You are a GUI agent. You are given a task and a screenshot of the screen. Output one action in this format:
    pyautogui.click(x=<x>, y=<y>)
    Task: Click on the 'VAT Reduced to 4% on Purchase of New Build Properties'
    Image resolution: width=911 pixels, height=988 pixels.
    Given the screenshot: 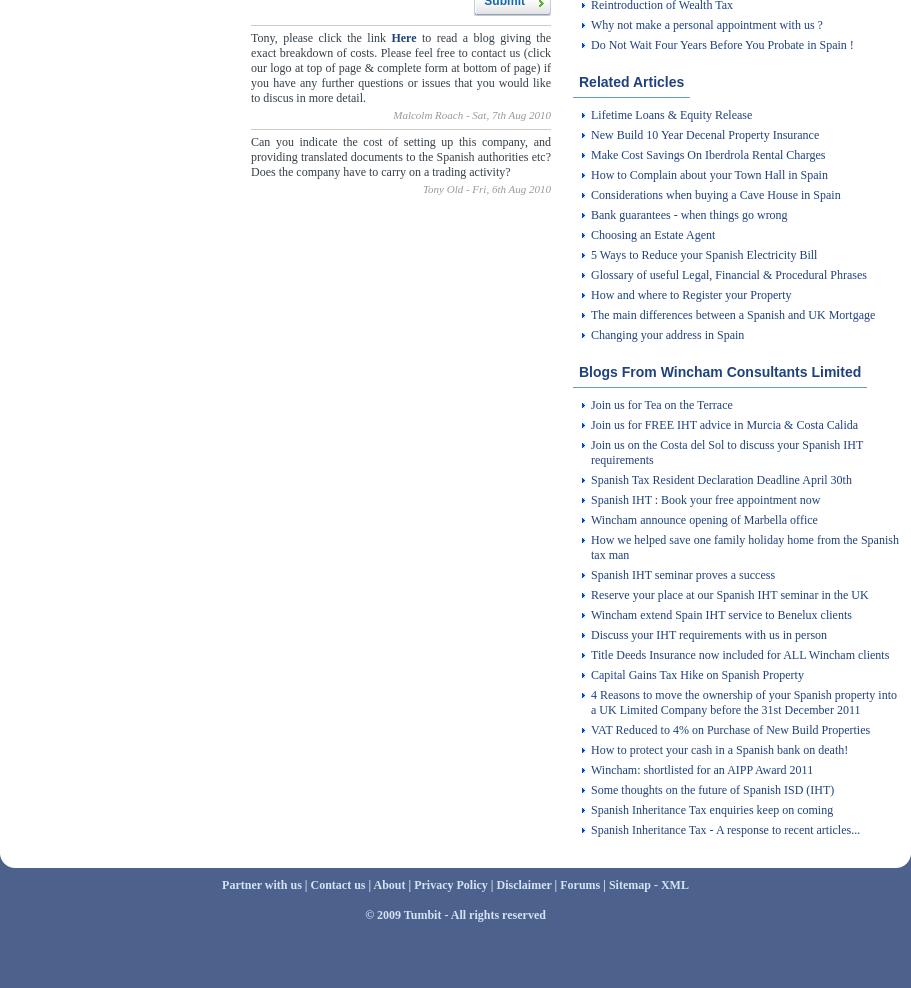 What is the action you would take?
    pyautogui.click(x=730, y=730)
    